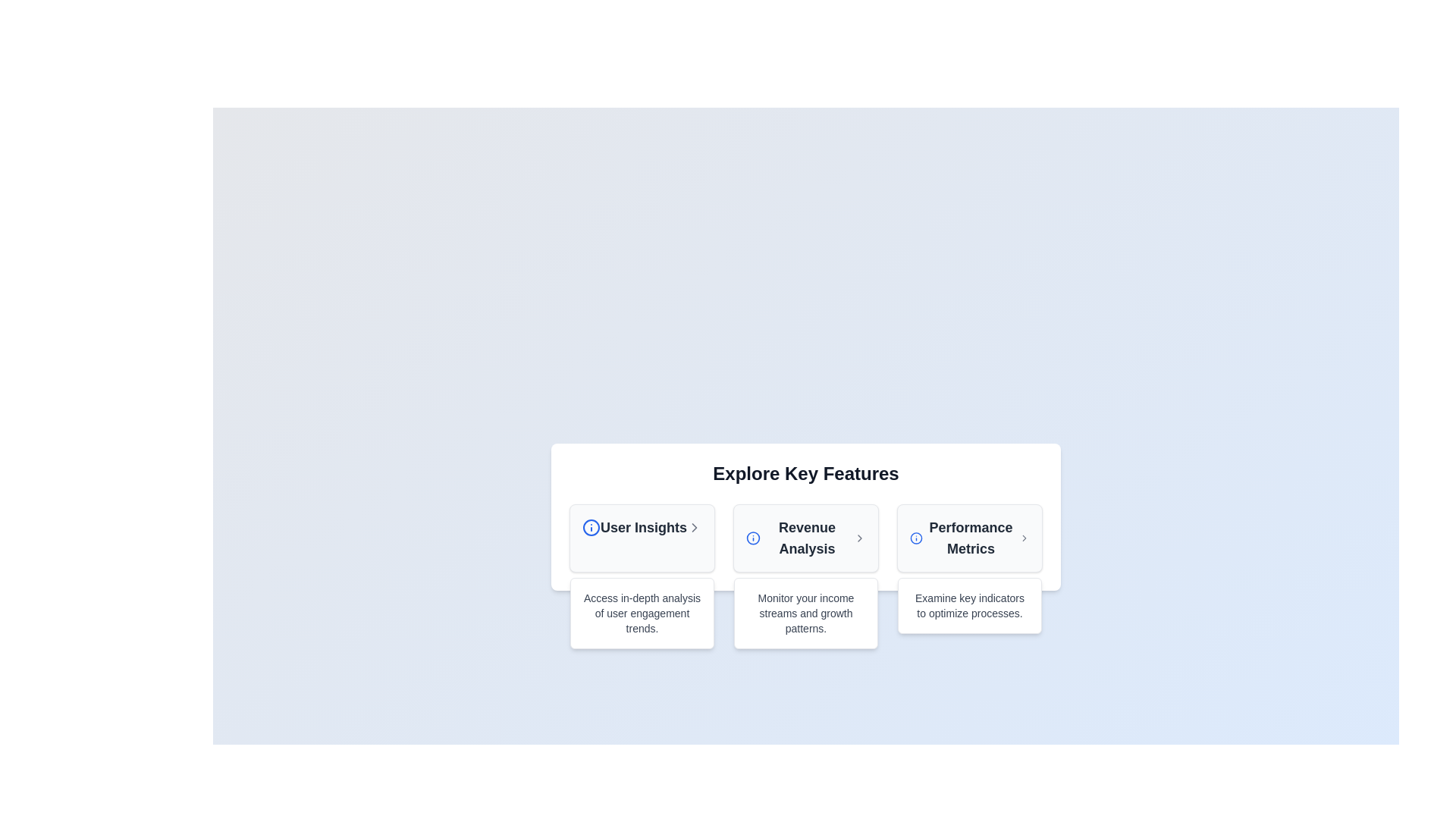 The height and width of the screenshot is (819, 1456). Describe the element at coordinates (1024, 537) in the screenshot. I see `the navigation icon located to the right of the 'Performance Metrics' label` at that location.